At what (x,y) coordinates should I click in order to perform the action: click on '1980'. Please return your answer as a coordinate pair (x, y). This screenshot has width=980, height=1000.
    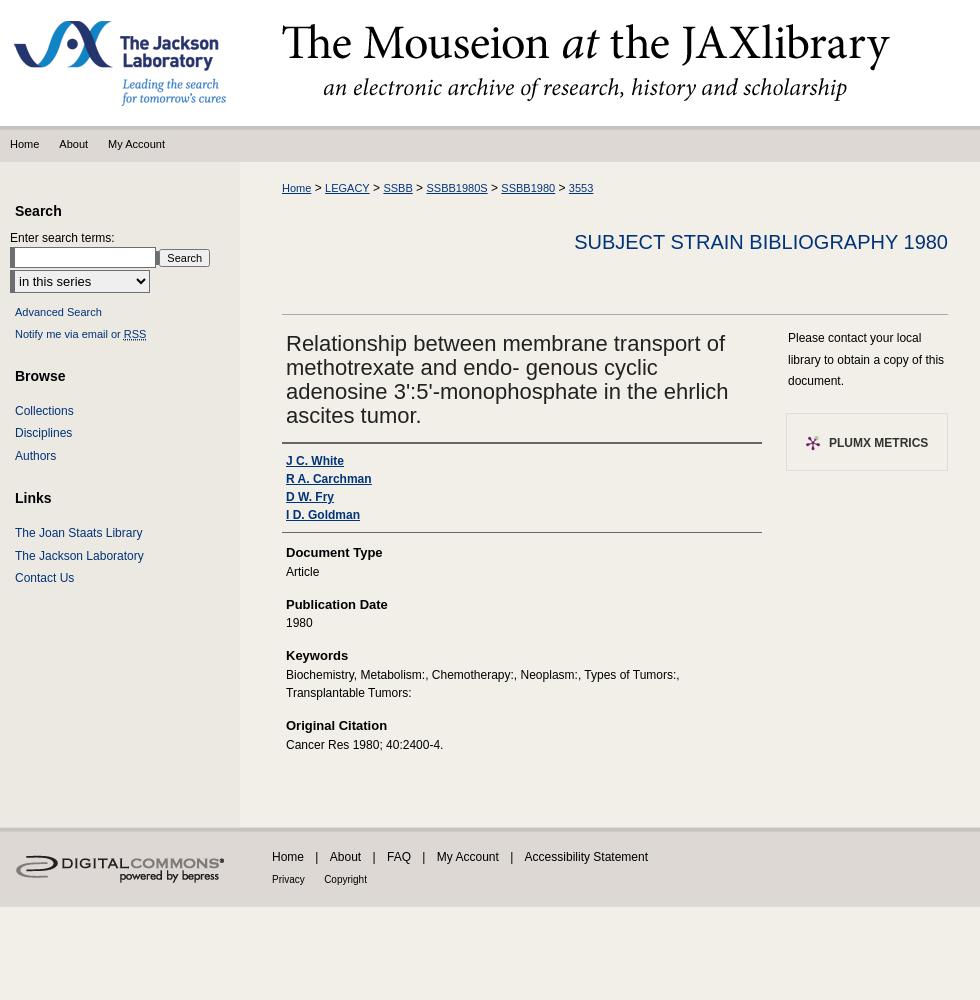
    Looking at the image, I should click on (298, 622).